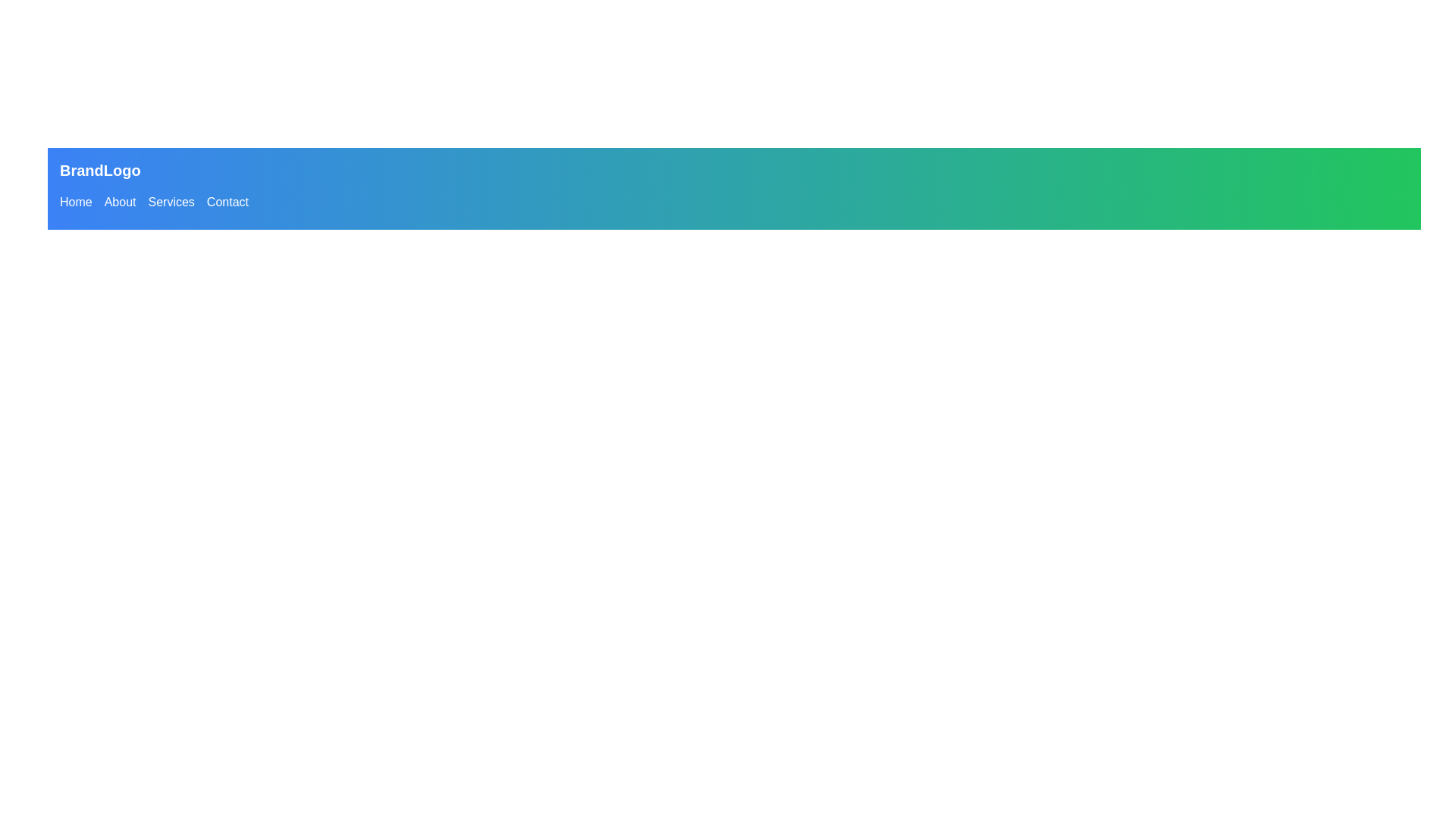  What do you see at coordinates (171, 201) in the screenshot?
I see `the third hyperlink in the navigation menu` at bounding box center [171, 201].